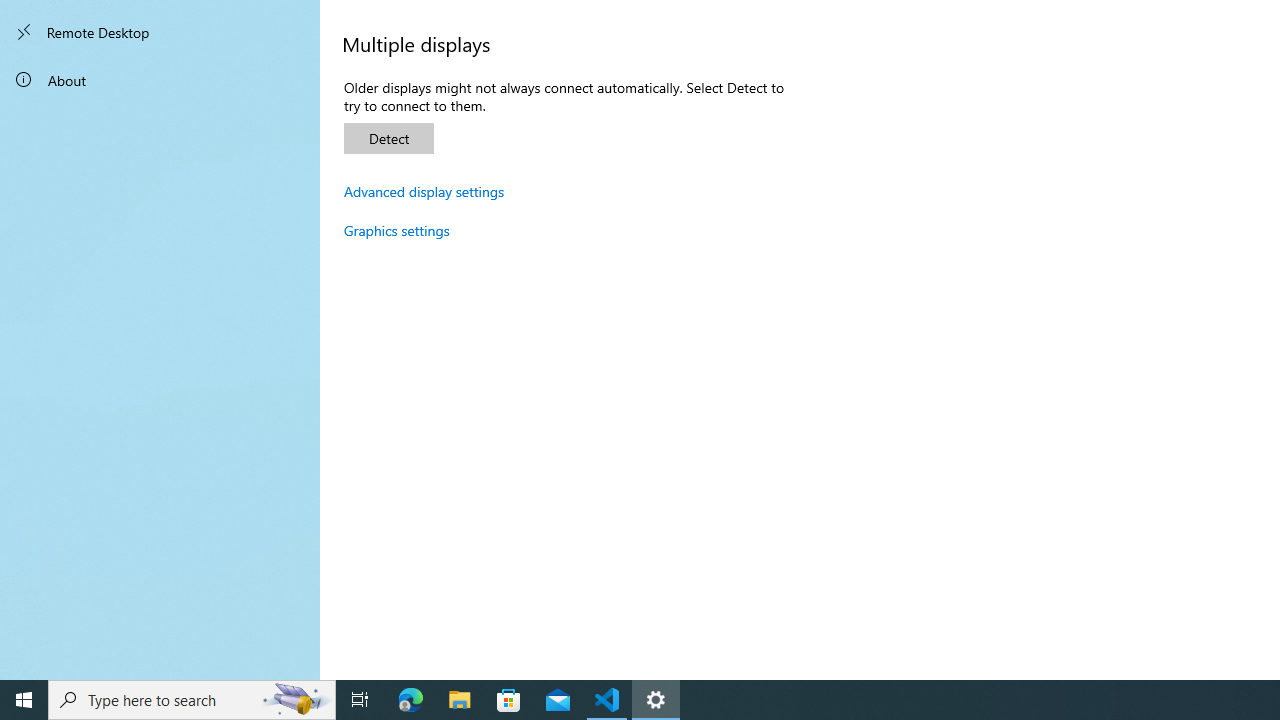 The image size is (1280, 720). Describe the element at coordinates (423, 191) in the screenshot. I see `'Advanced display settings'` at that location.